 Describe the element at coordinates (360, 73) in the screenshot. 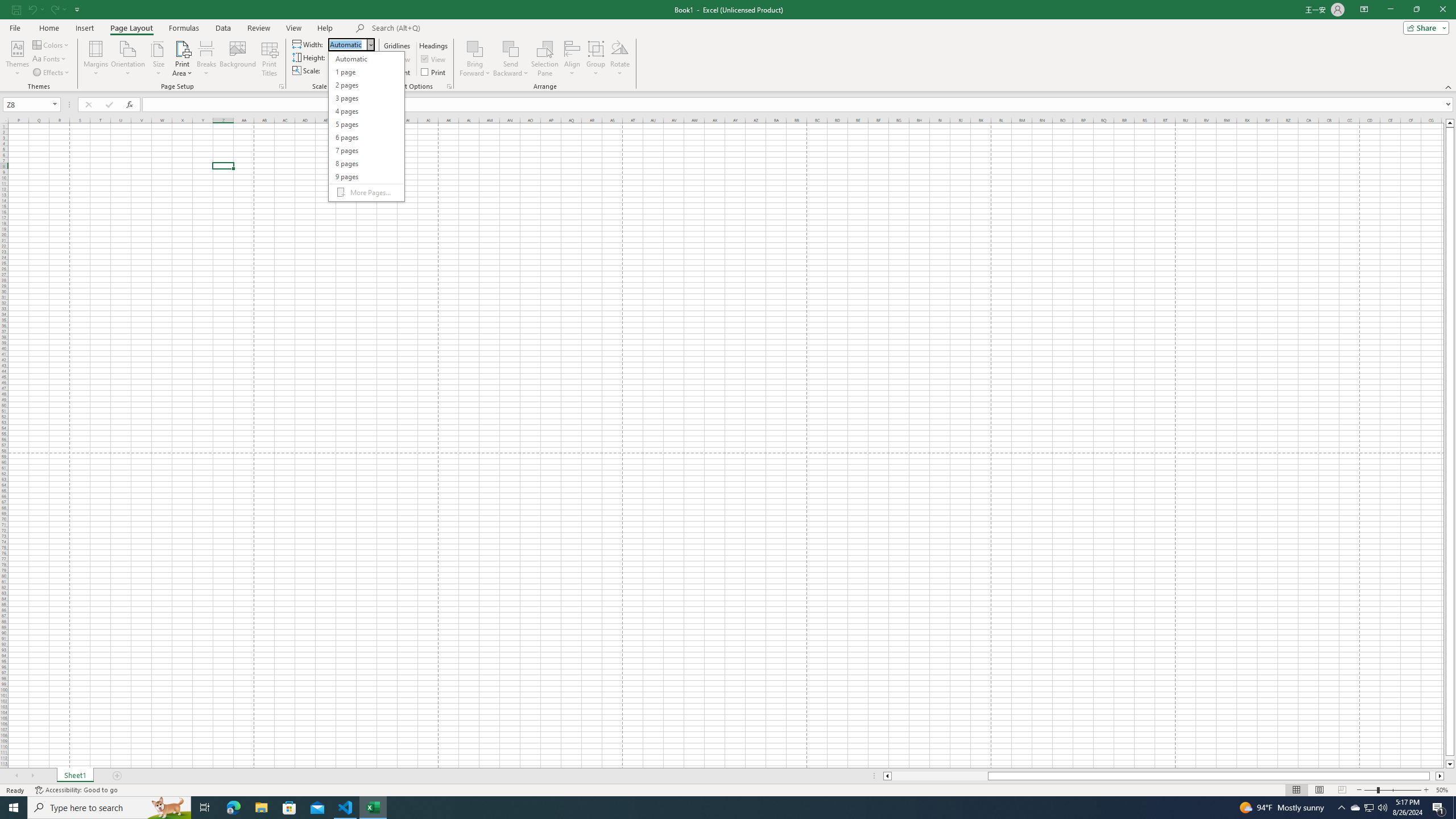

I see `'Less'` at that location.